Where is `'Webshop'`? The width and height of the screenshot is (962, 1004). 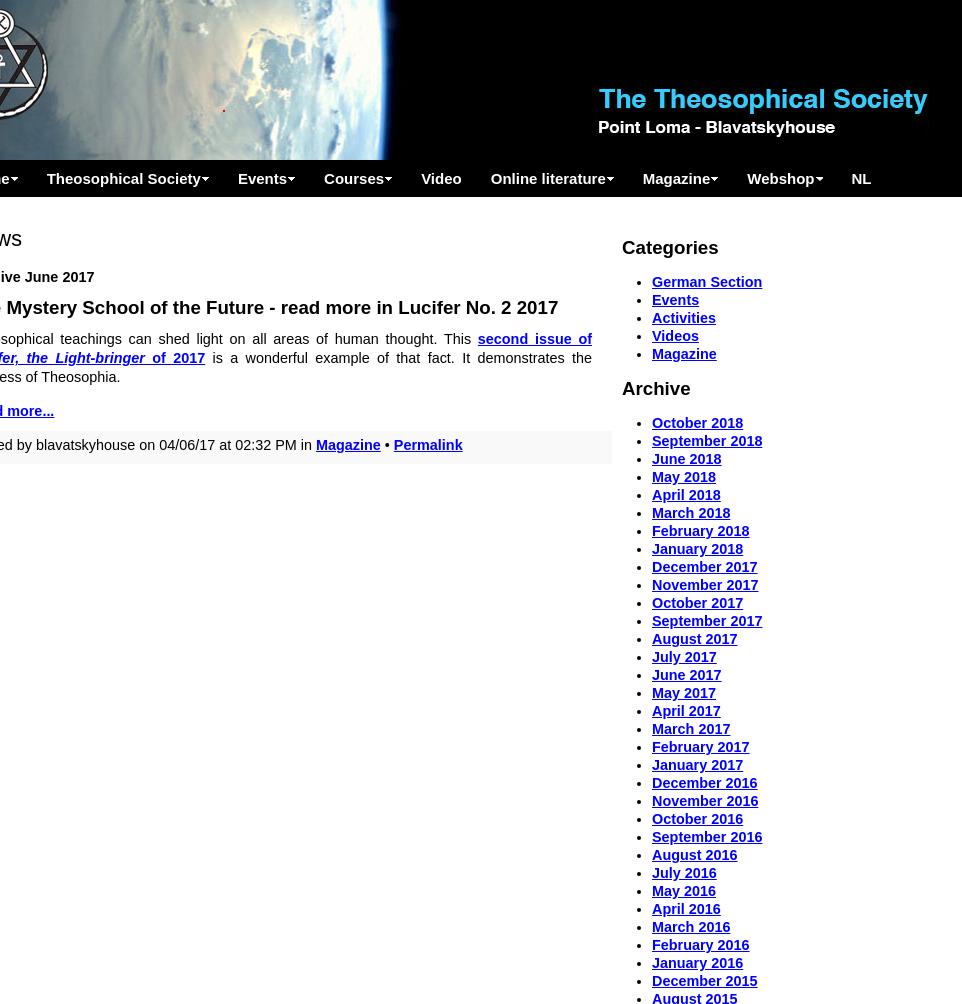 'Webshop' is located at coordinates (746, 177).